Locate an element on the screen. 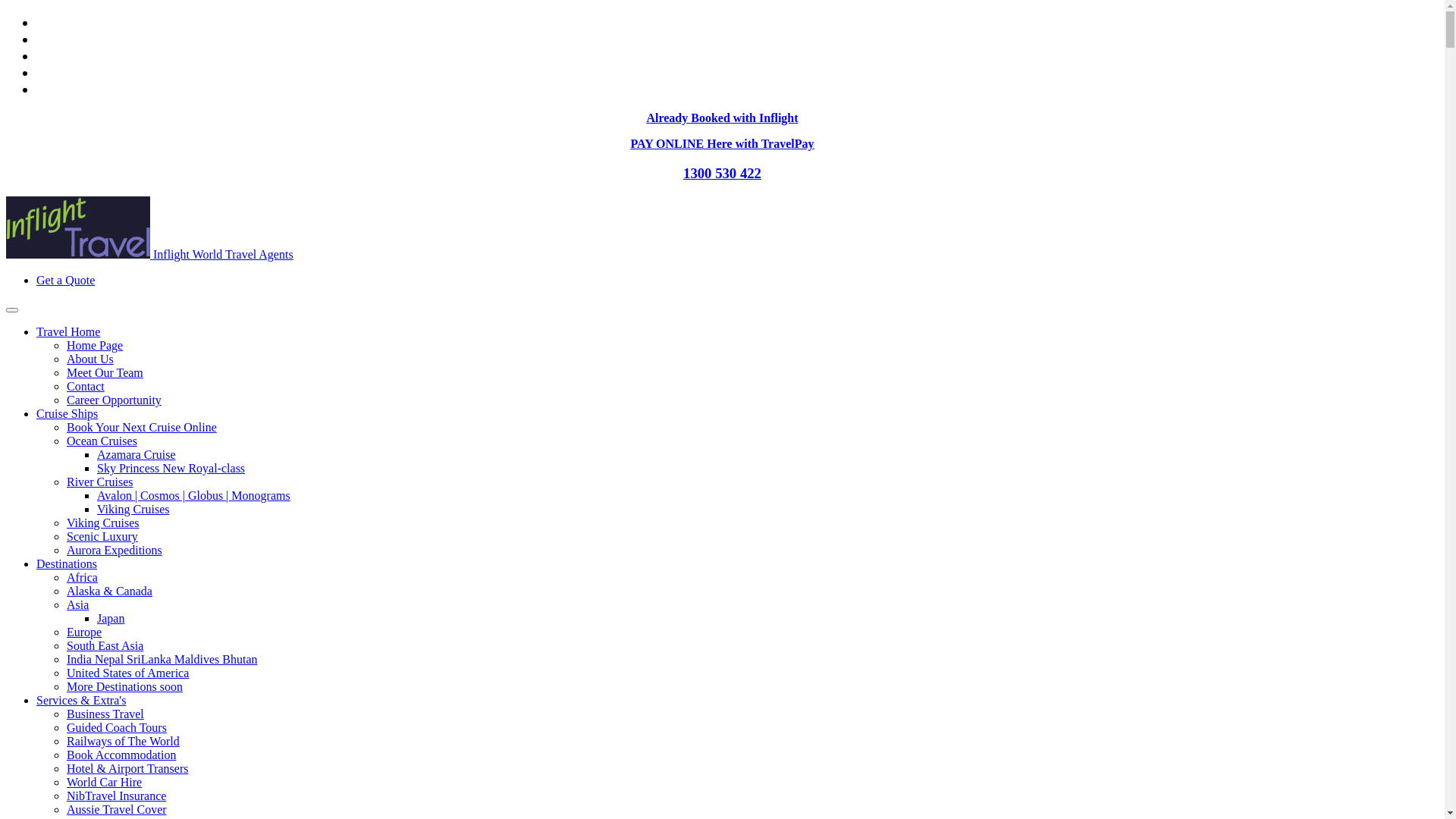  'Viking Cruises' is located at coordinates (133, 509).